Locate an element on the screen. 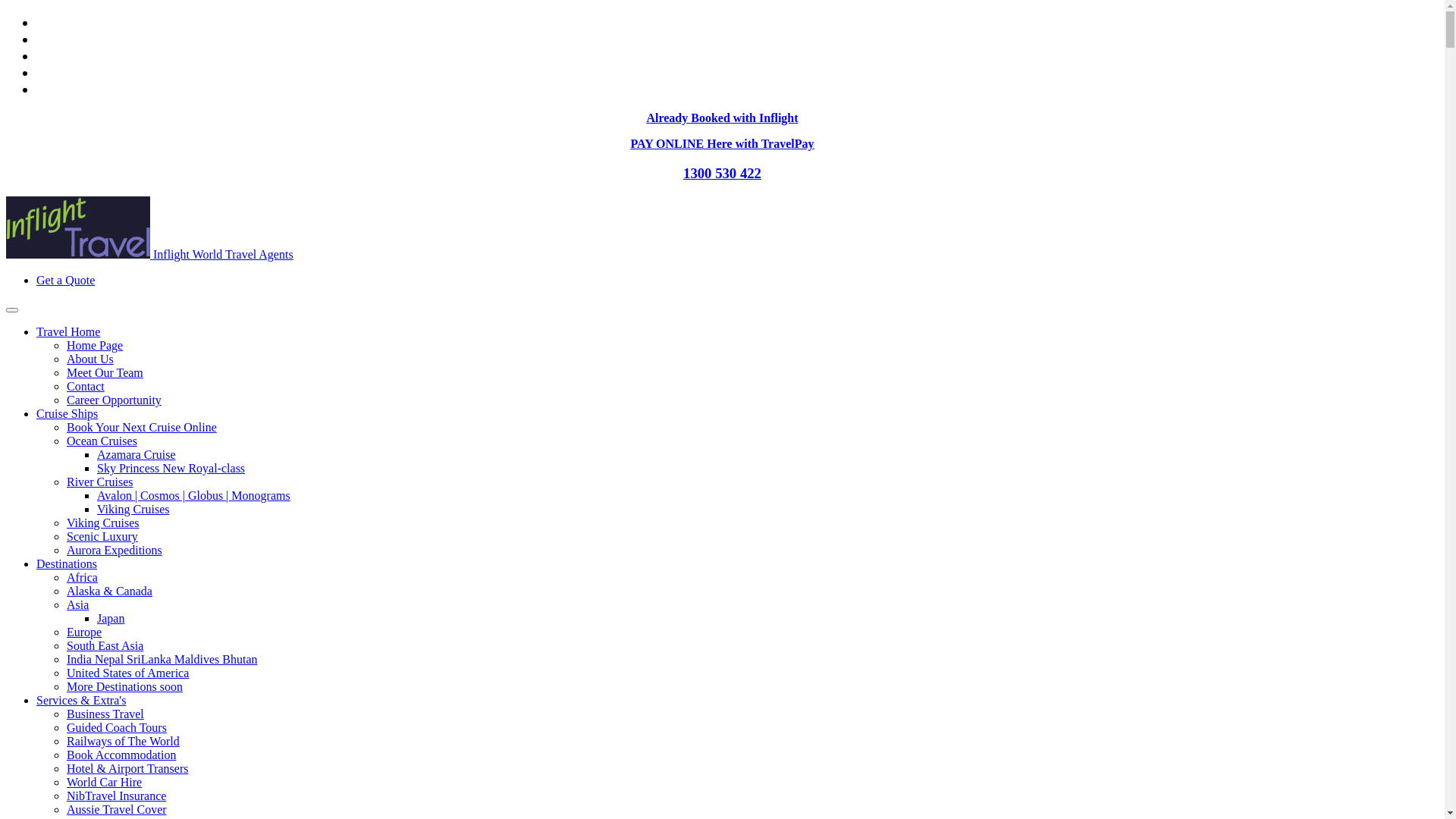  'Viking Cruises' is located at coordinates (133, 509).